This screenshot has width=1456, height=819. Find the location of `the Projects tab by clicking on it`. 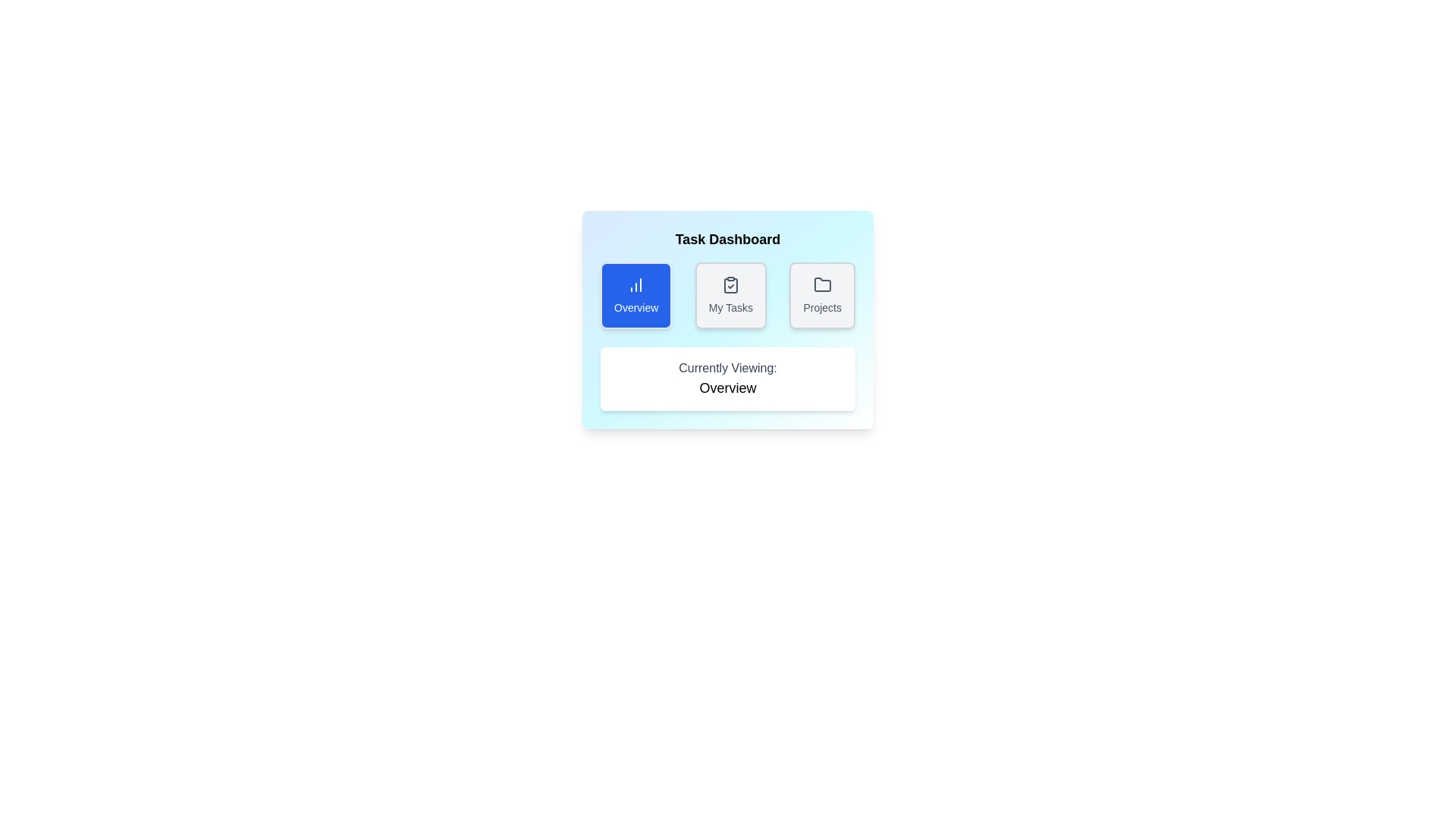

the Projects tab by clicking on it is located at coordinates (821, 295).